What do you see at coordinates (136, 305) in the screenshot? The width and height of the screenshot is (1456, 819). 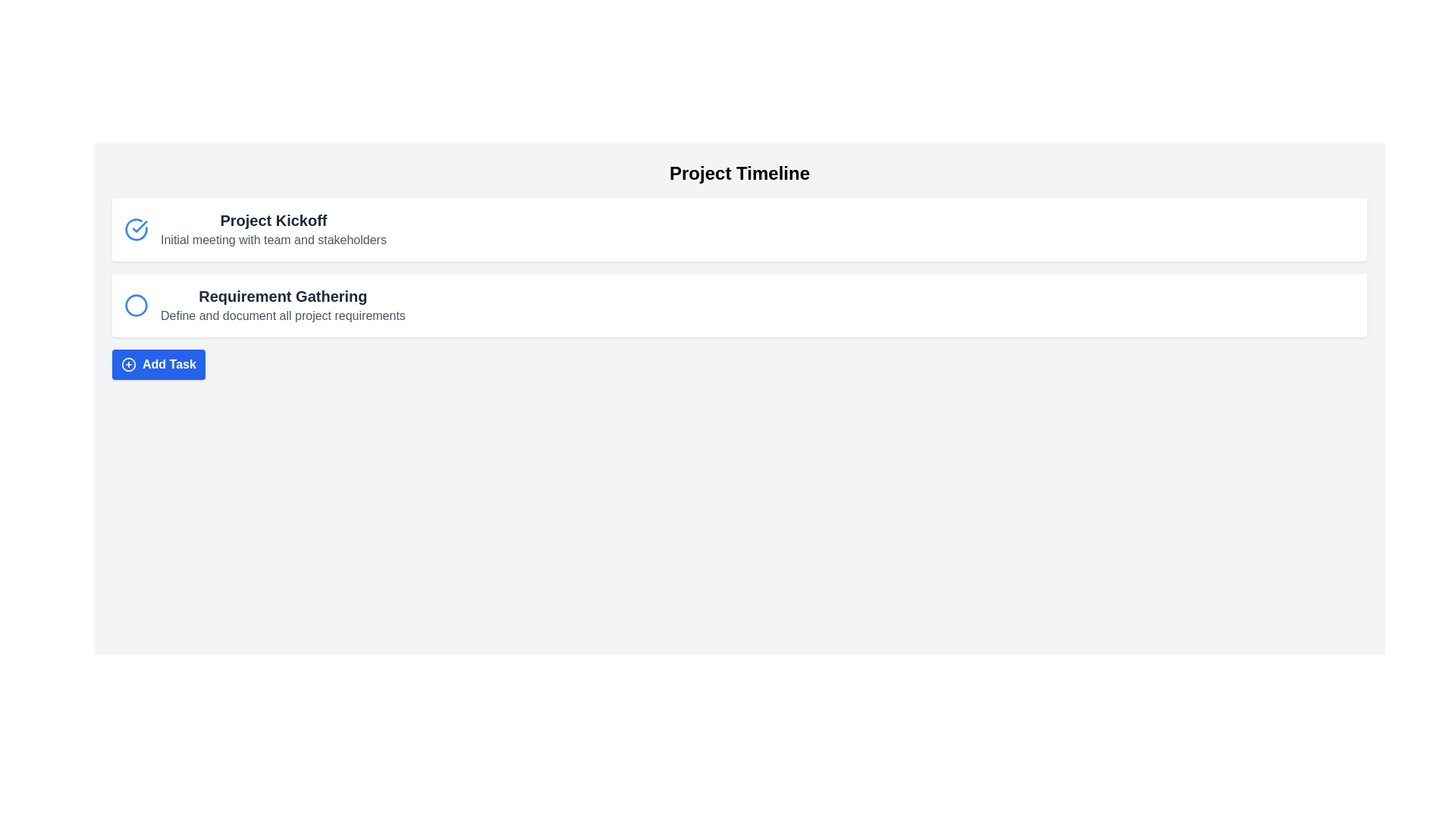 I see `the status indicator icon associated with the 'Requirement Gathering' task located below the 'Project Kickoff' task in the task list` at bounding box center [136, 305].